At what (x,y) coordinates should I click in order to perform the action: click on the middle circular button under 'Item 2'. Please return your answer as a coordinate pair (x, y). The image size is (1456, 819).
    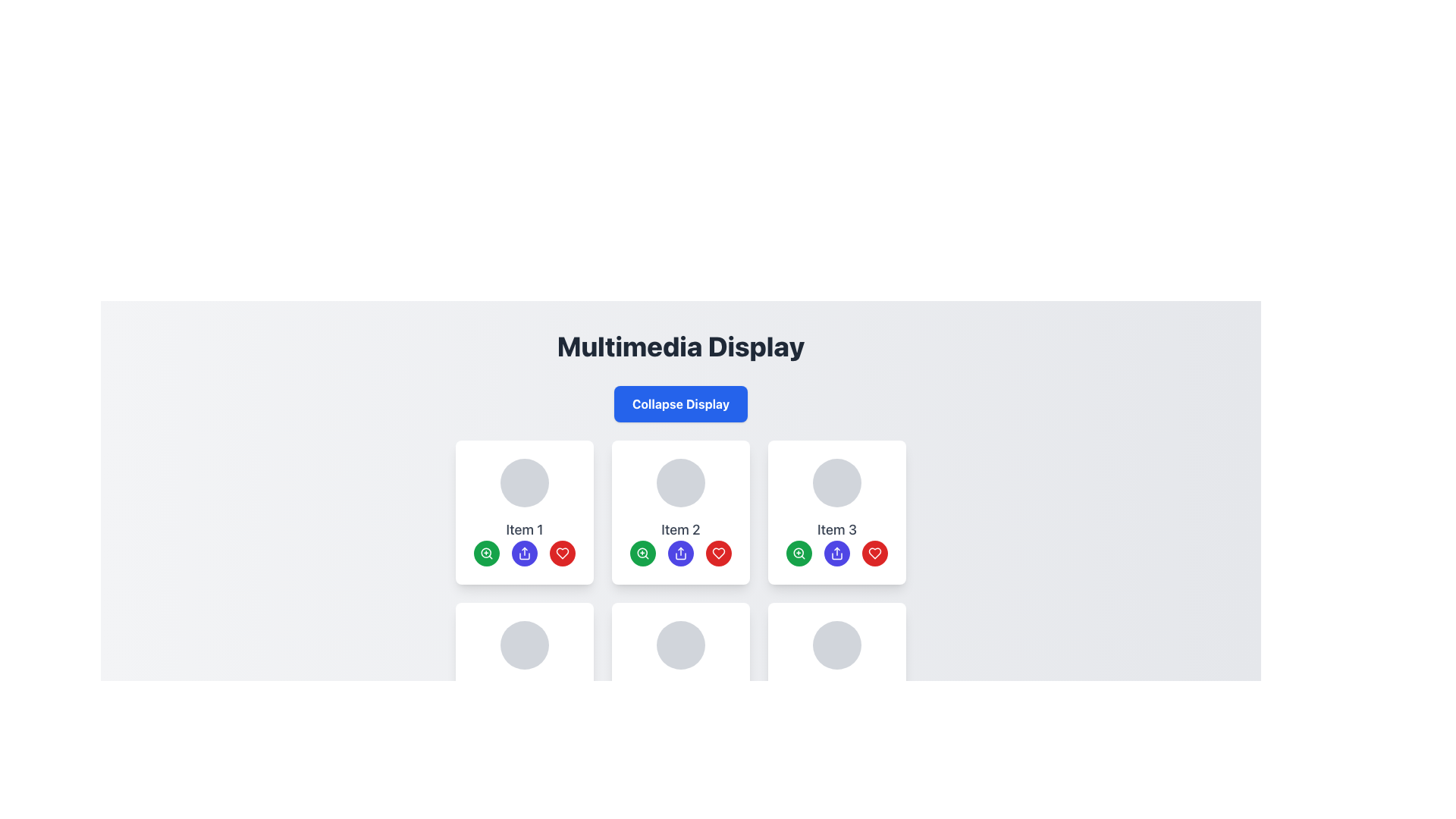
    Looking at the image, I should click on (679, 553).